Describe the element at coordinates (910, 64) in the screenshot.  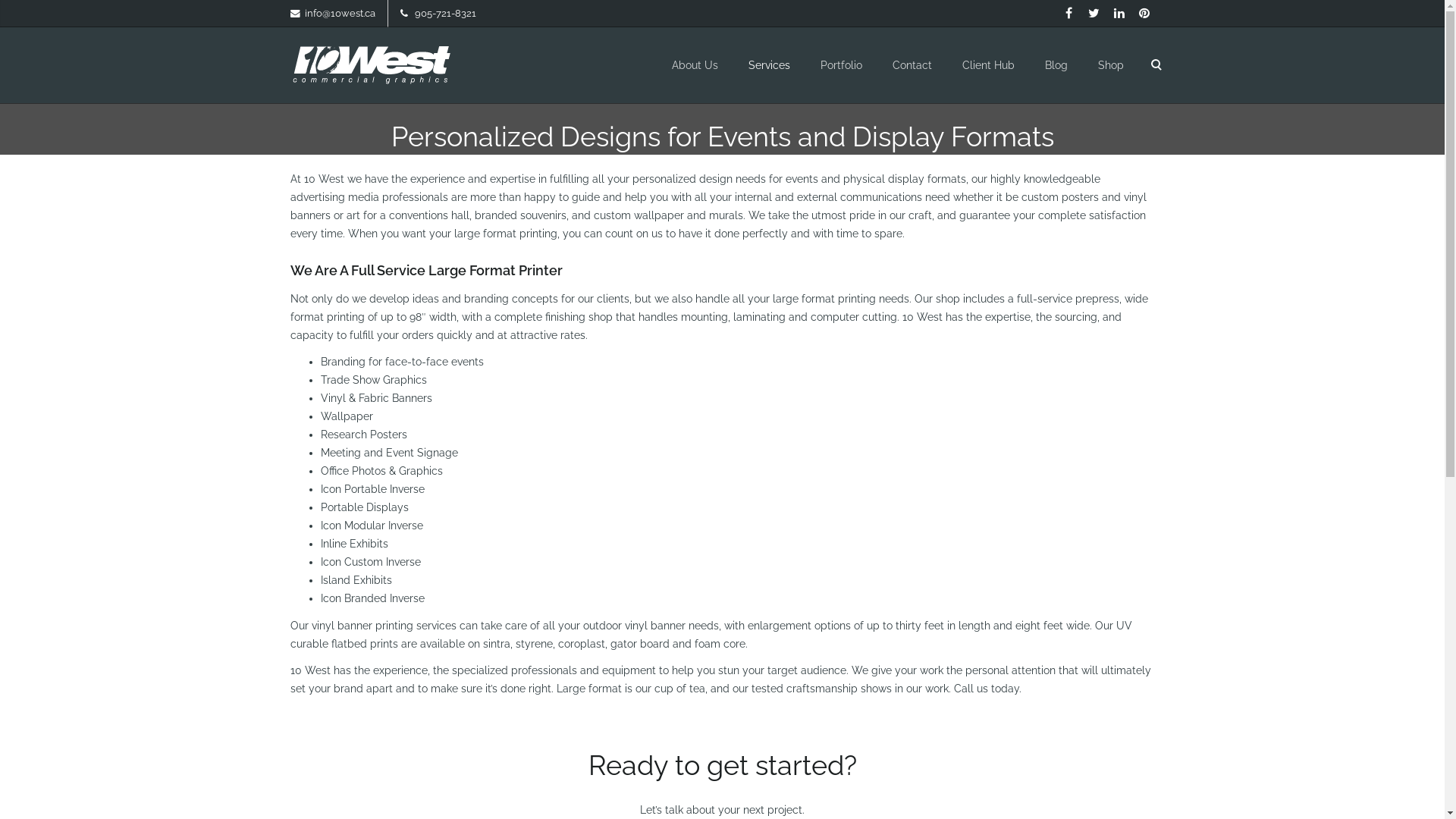
I see `'Contact'` at that location.